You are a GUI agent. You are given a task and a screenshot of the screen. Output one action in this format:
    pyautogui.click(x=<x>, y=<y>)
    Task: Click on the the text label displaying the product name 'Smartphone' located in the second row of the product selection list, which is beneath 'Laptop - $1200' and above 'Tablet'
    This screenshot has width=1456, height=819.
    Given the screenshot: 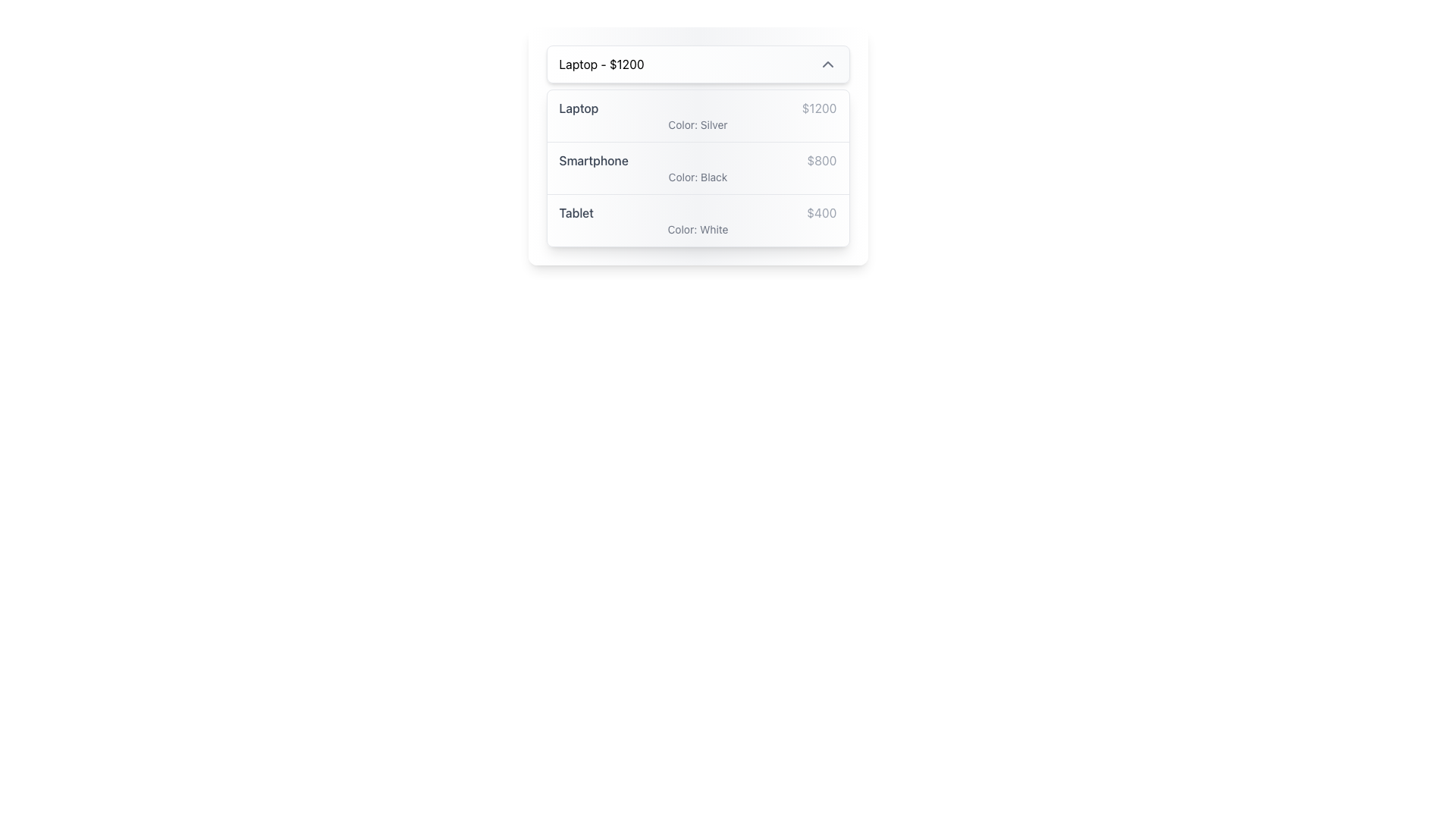 What is the action you would take?
    pyautogui.click(x=593, y=161)
    